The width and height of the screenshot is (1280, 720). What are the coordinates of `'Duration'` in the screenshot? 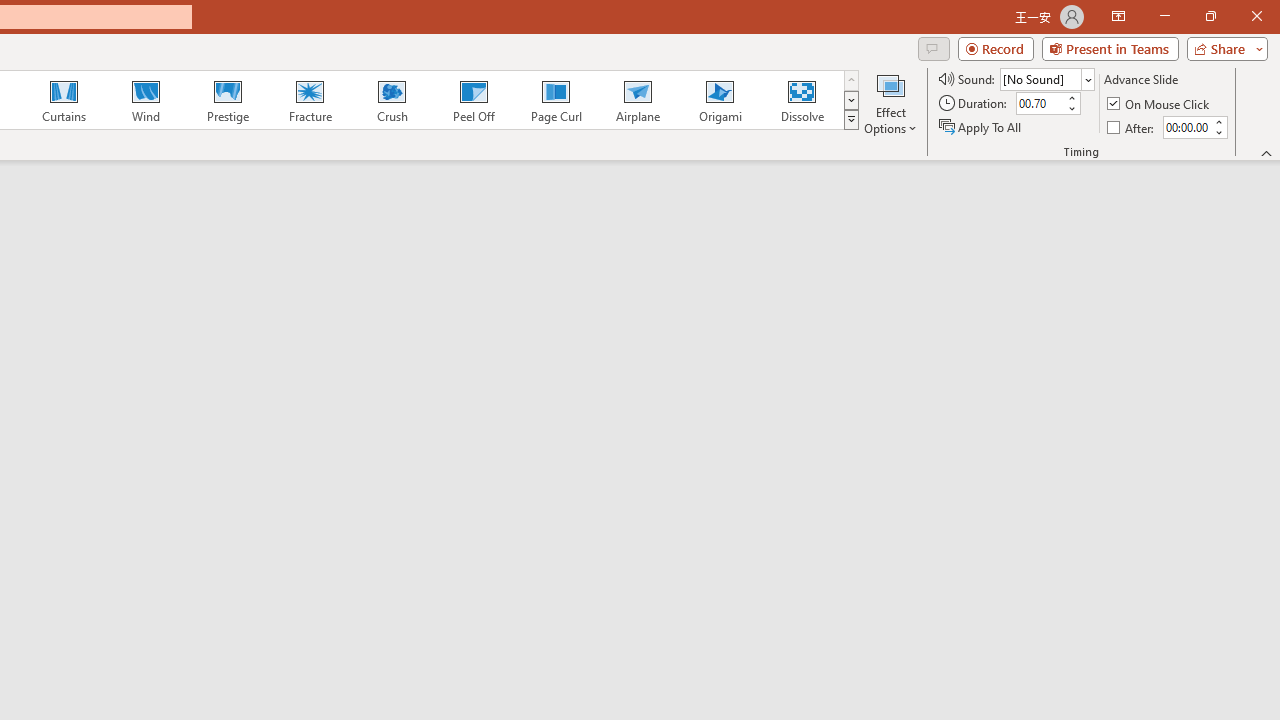 It's located at (1040, 103).